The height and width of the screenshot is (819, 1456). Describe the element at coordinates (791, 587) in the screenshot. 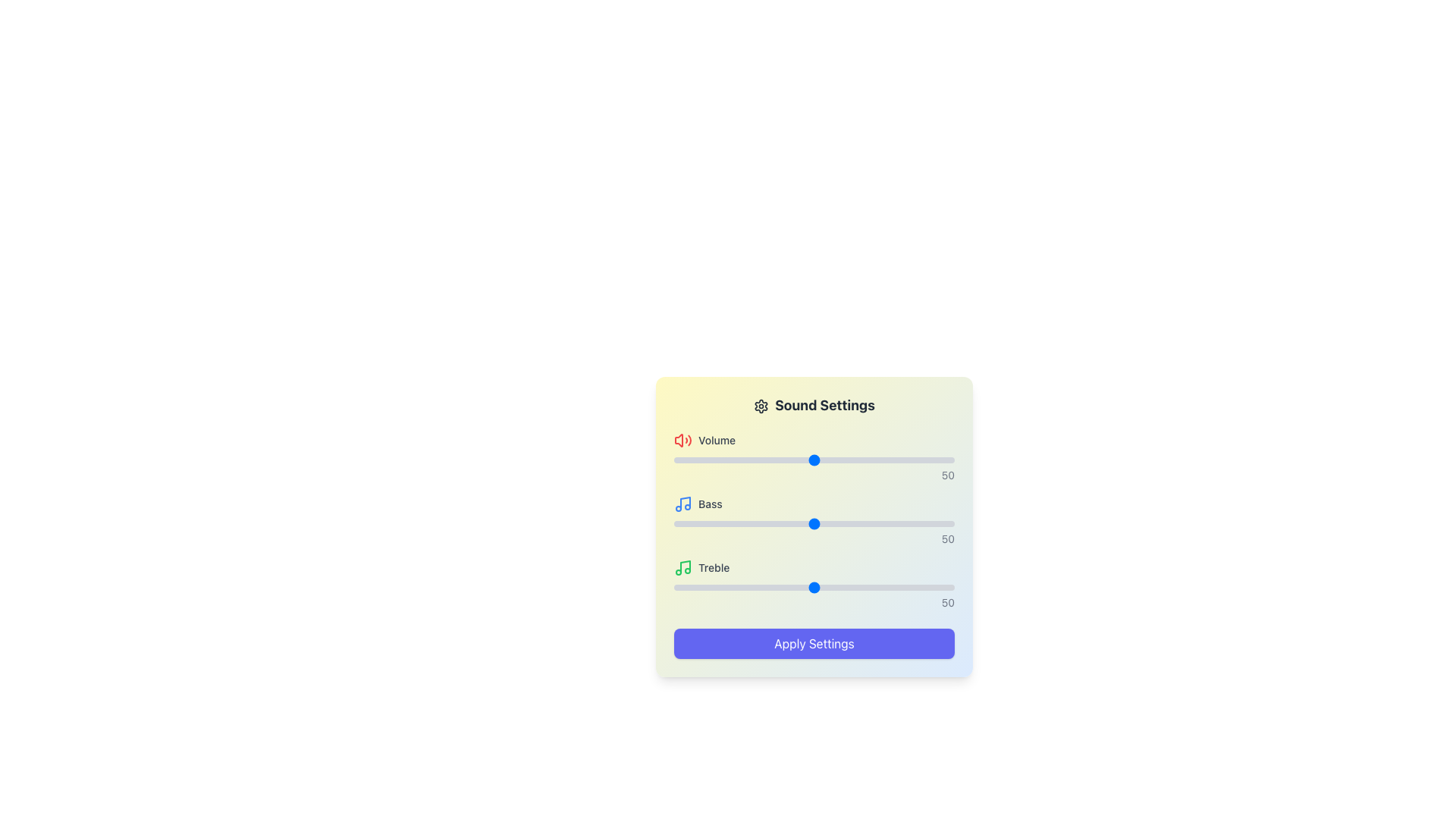

I see `the treble level` at that location.